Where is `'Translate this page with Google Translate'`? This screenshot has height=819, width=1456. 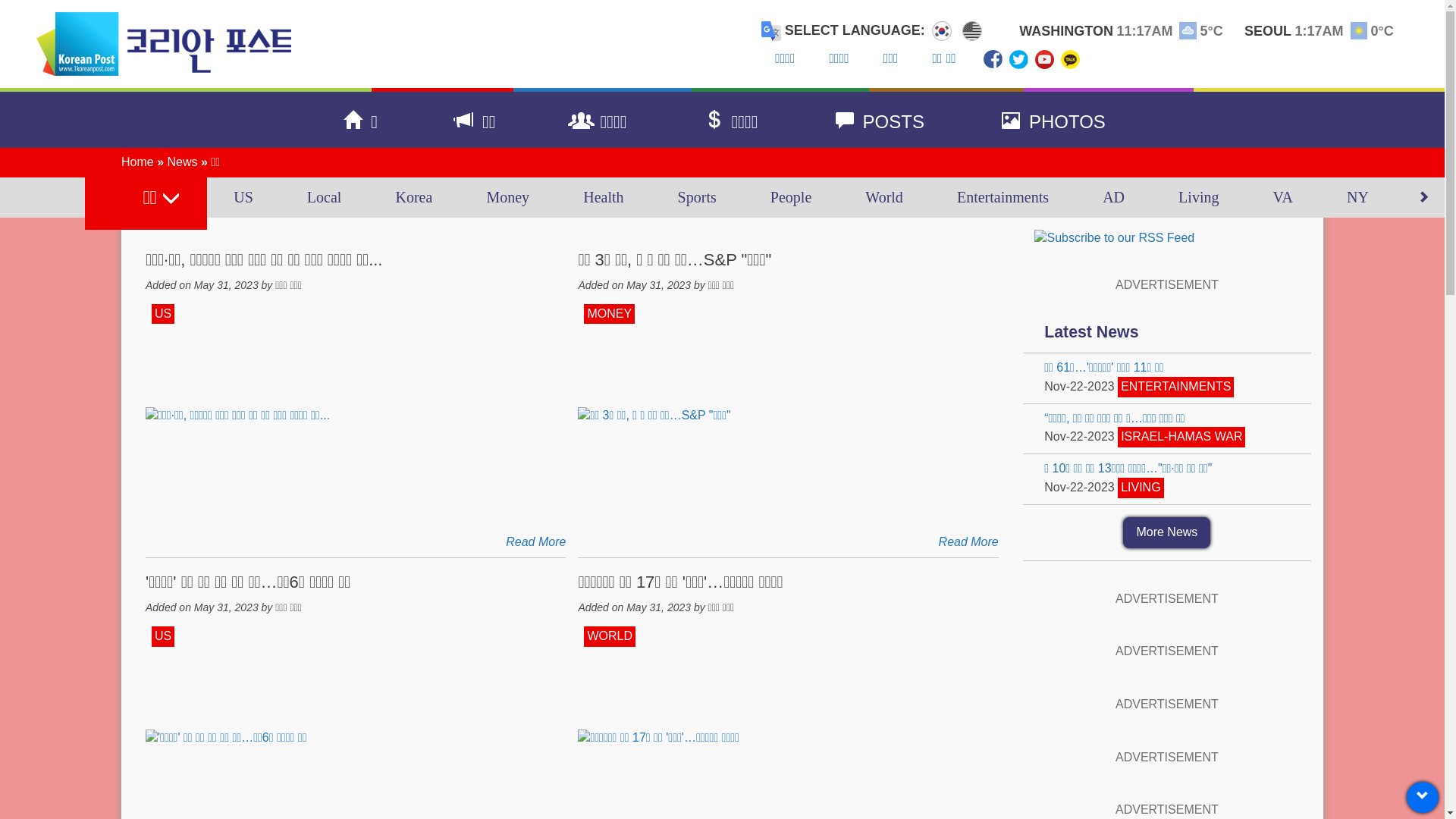
'Translate this page with Google Translate' is located at coordinates (771, 31).